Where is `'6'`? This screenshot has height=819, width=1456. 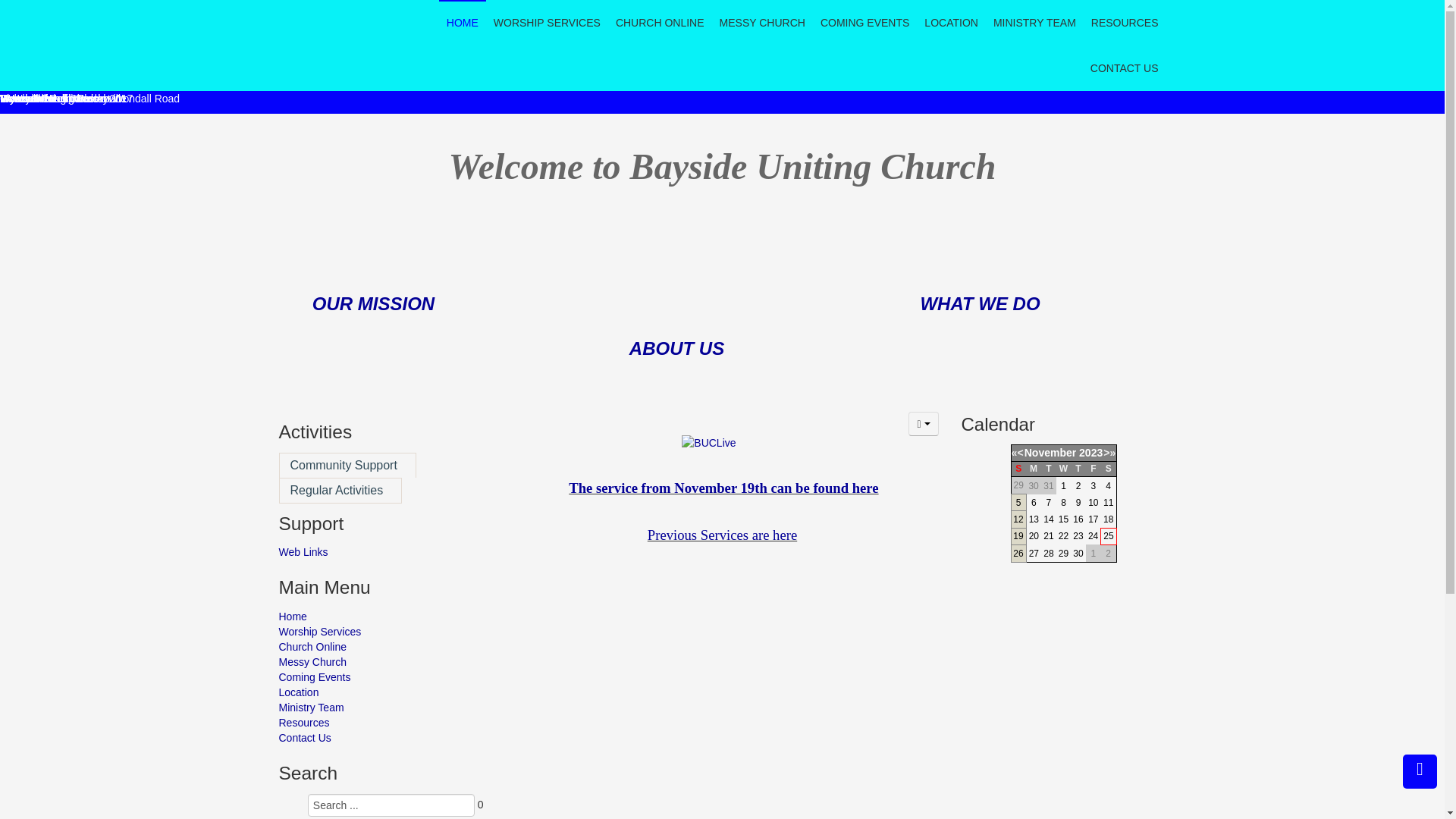
'6' is located at coordinates (1033, 503).